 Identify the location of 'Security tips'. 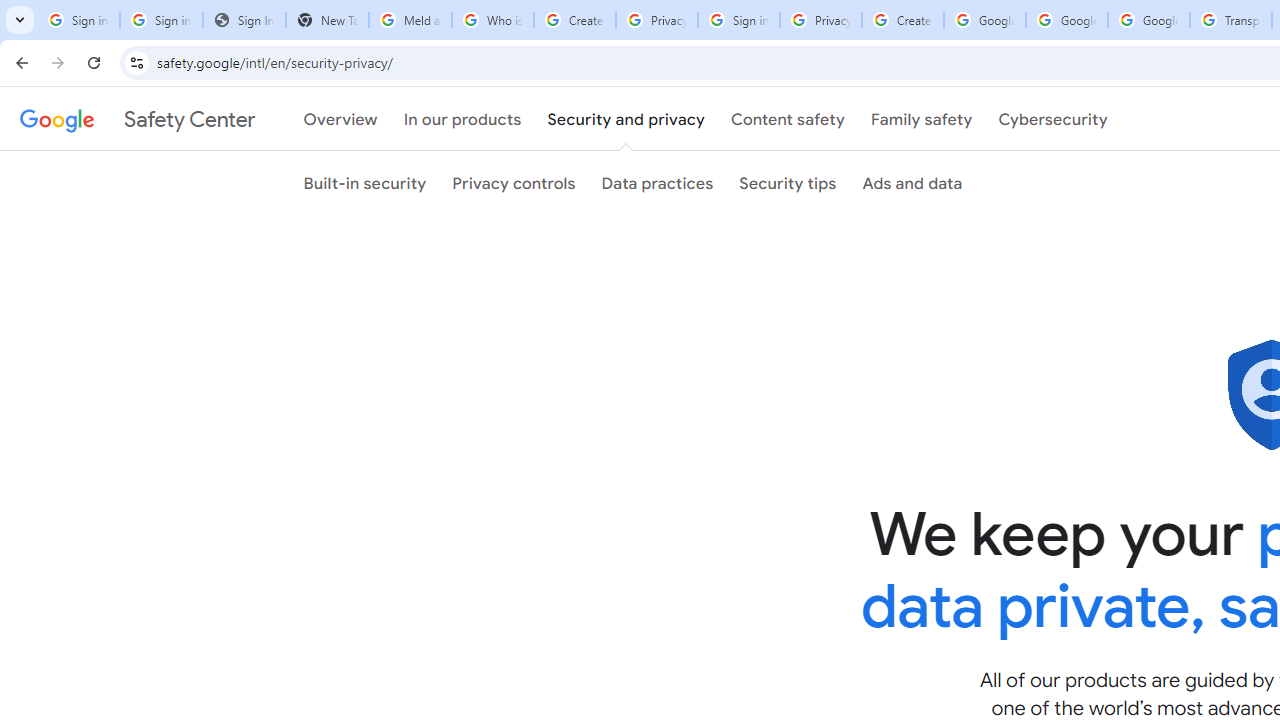
(786, 183).